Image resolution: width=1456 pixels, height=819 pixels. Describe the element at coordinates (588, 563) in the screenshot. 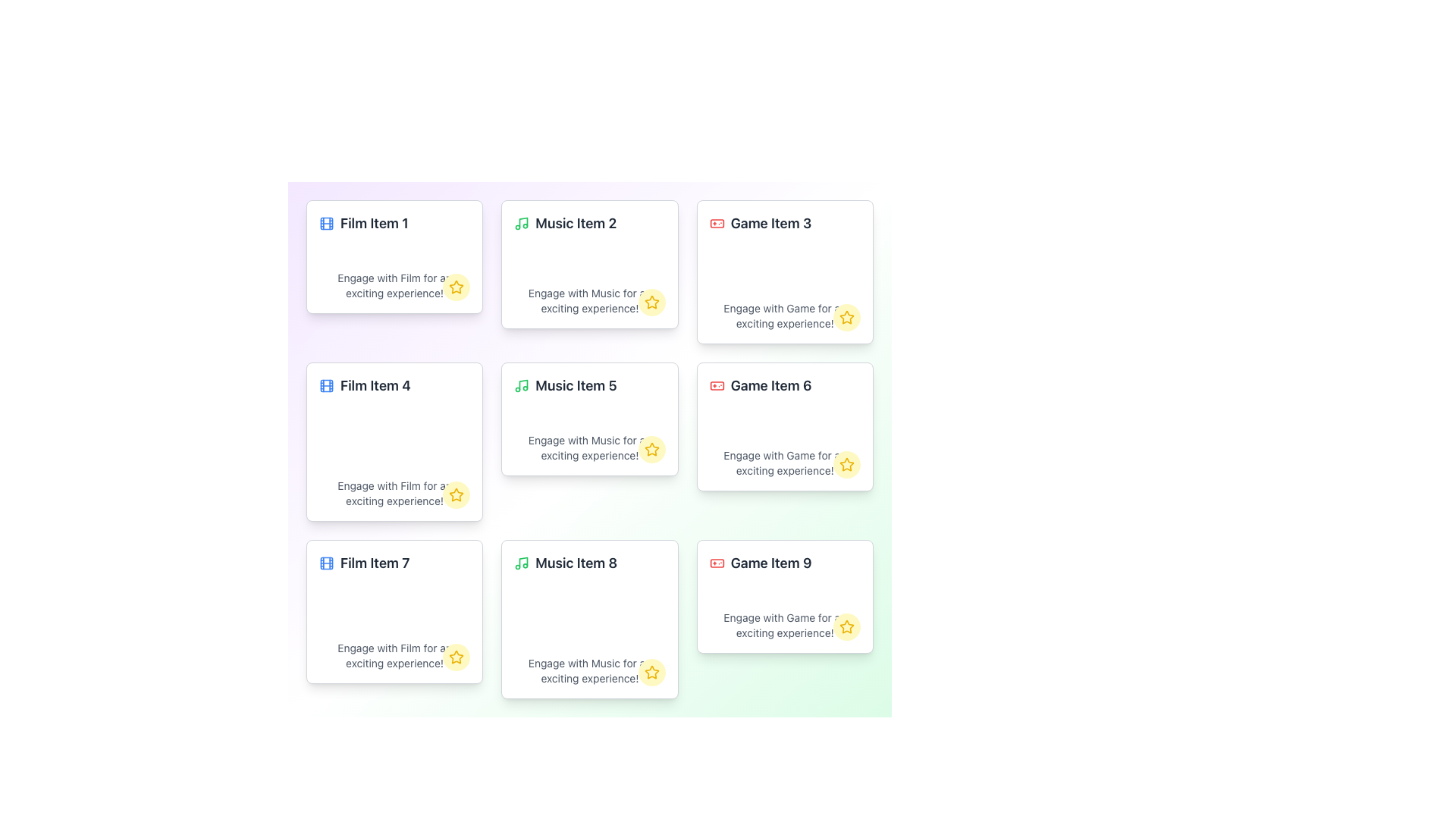

I see `the 'Music Item 8' Text with Icon element, which features a green music note icon on the left and bold dark gray text on the right, located in the middle column of the bottom row in the grid layout` at that location.